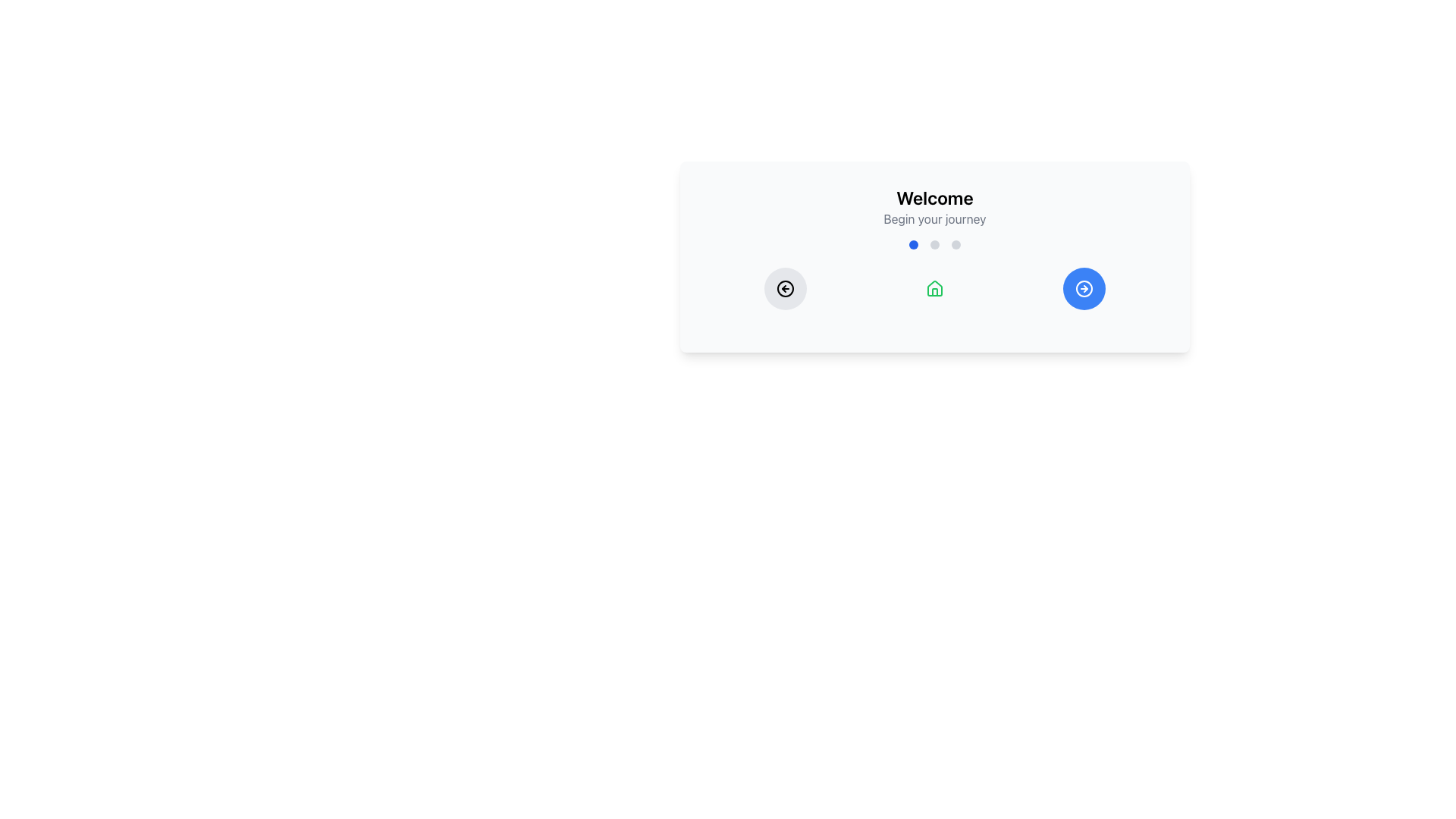 The image size is (1456, 819). What do you see at coordinates (785, 289) in the screenshot?
I see `the circular decorative SVG graphic element located to the left of the home icon within the UI card` at bounding box center [785, 289].